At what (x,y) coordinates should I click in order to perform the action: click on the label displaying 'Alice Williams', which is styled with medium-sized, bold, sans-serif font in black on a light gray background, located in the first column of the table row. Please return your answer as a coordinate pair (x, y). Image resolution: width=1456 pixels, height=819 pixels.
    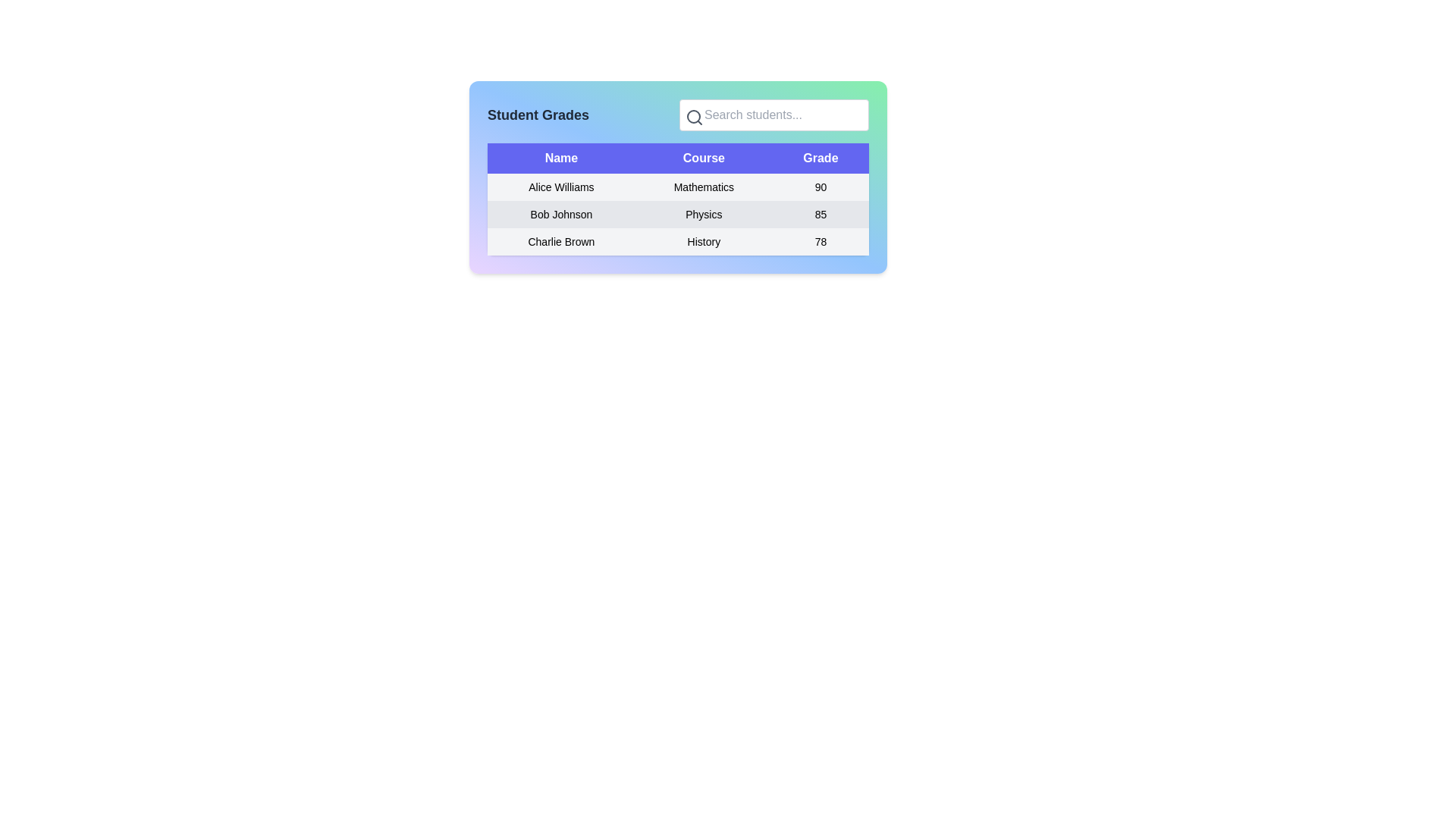
    Looking at the image, I should click on (560, 186).